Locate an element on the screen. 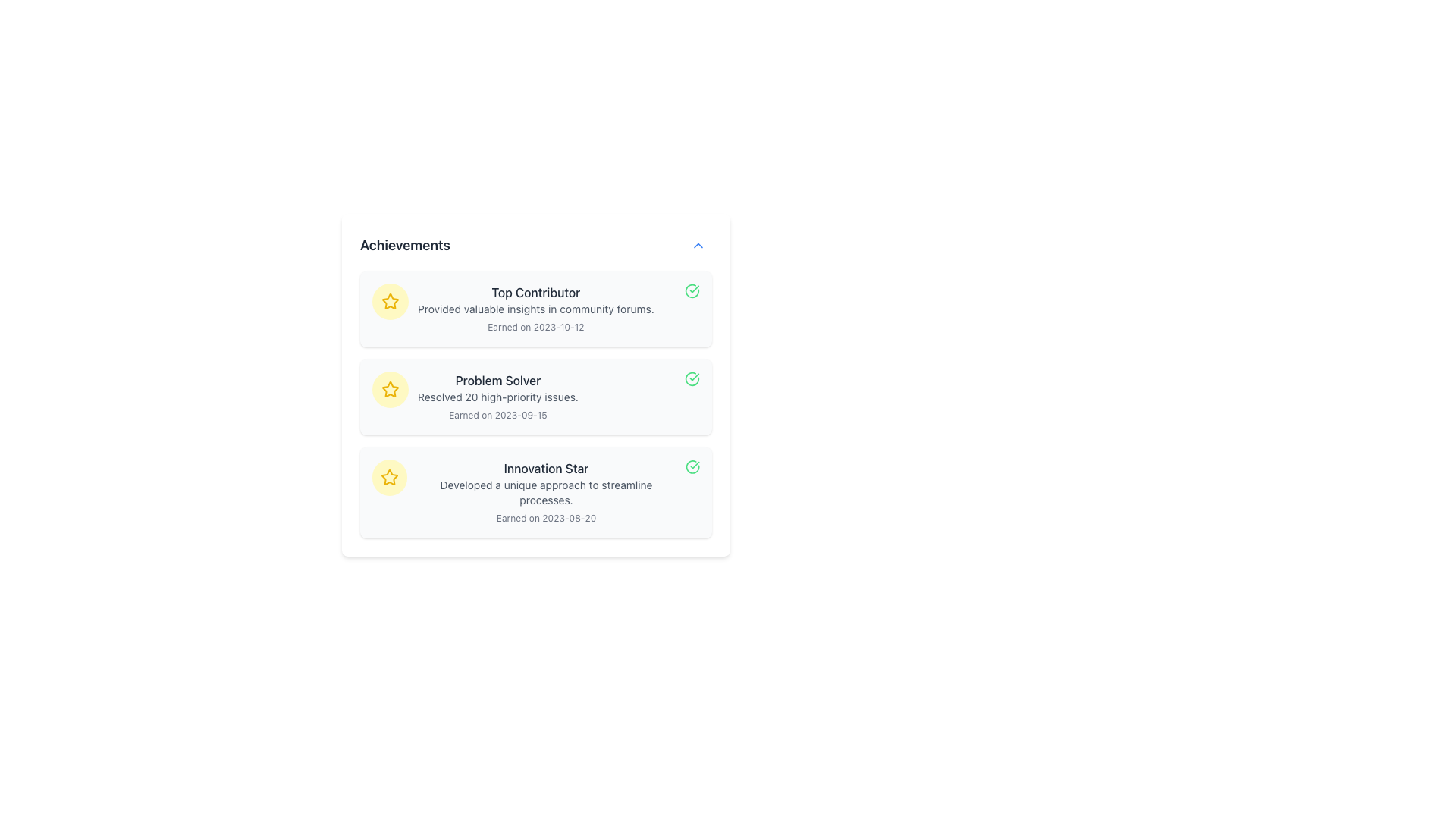 Image resolution: width=1456 pixels, height=819 pixels. text label displaying 'Innovation Star' located at the top of the achievement block, which is centered in the application layout is located at coordinates (546, 467).